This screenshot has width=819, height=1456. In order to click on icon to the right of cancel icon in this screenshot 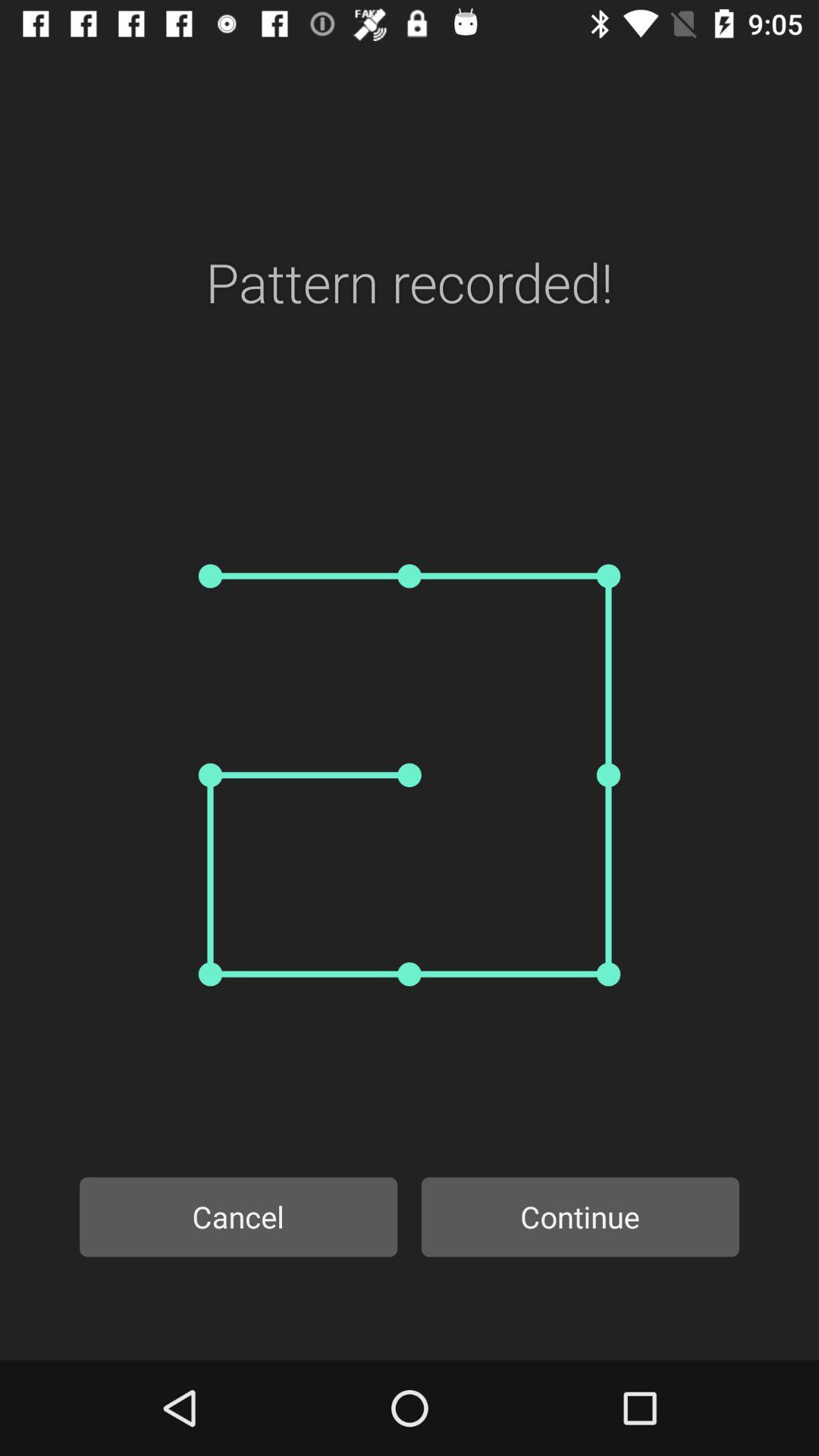, I will do `click(580, 1216)`.